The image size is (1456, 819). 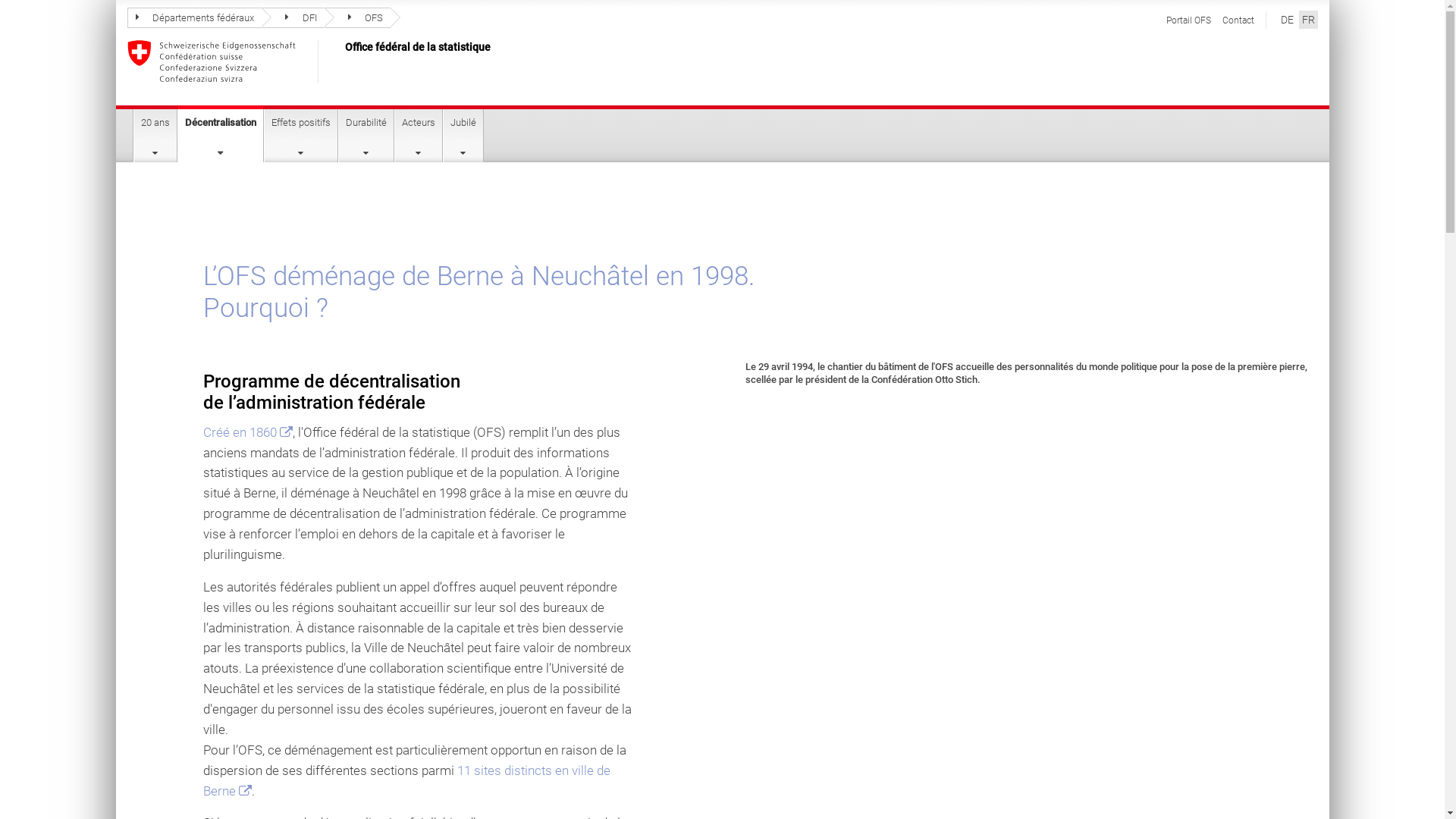 What do you see at coordinates (301, 134) in the screenshot?
I see `'Effets positifs'` at bounding box center [301, 134].